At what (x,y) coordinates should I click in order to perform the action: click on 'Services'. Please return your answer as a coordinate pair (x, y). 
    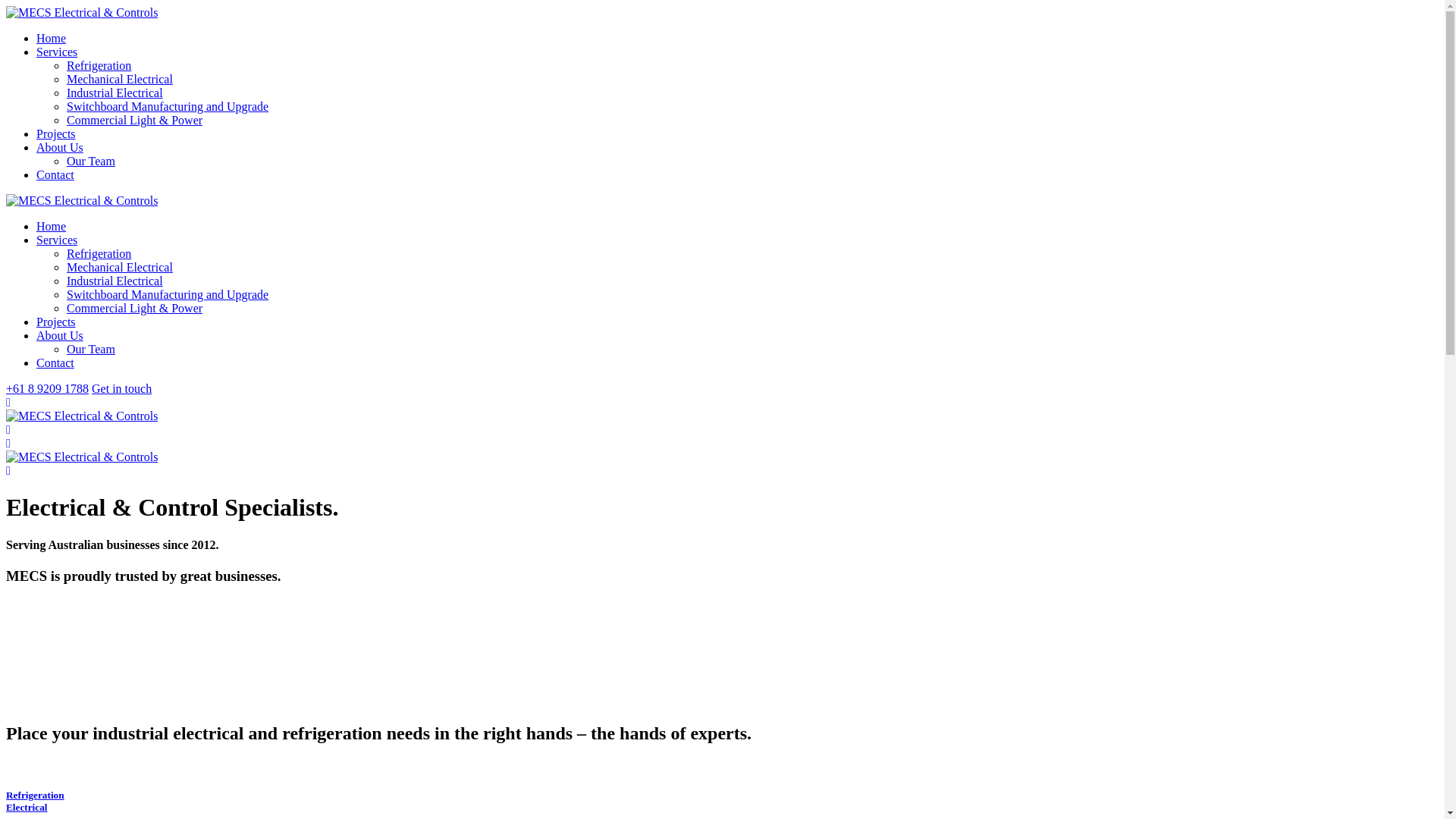
    Looking at the image, I should click on (57, 239).